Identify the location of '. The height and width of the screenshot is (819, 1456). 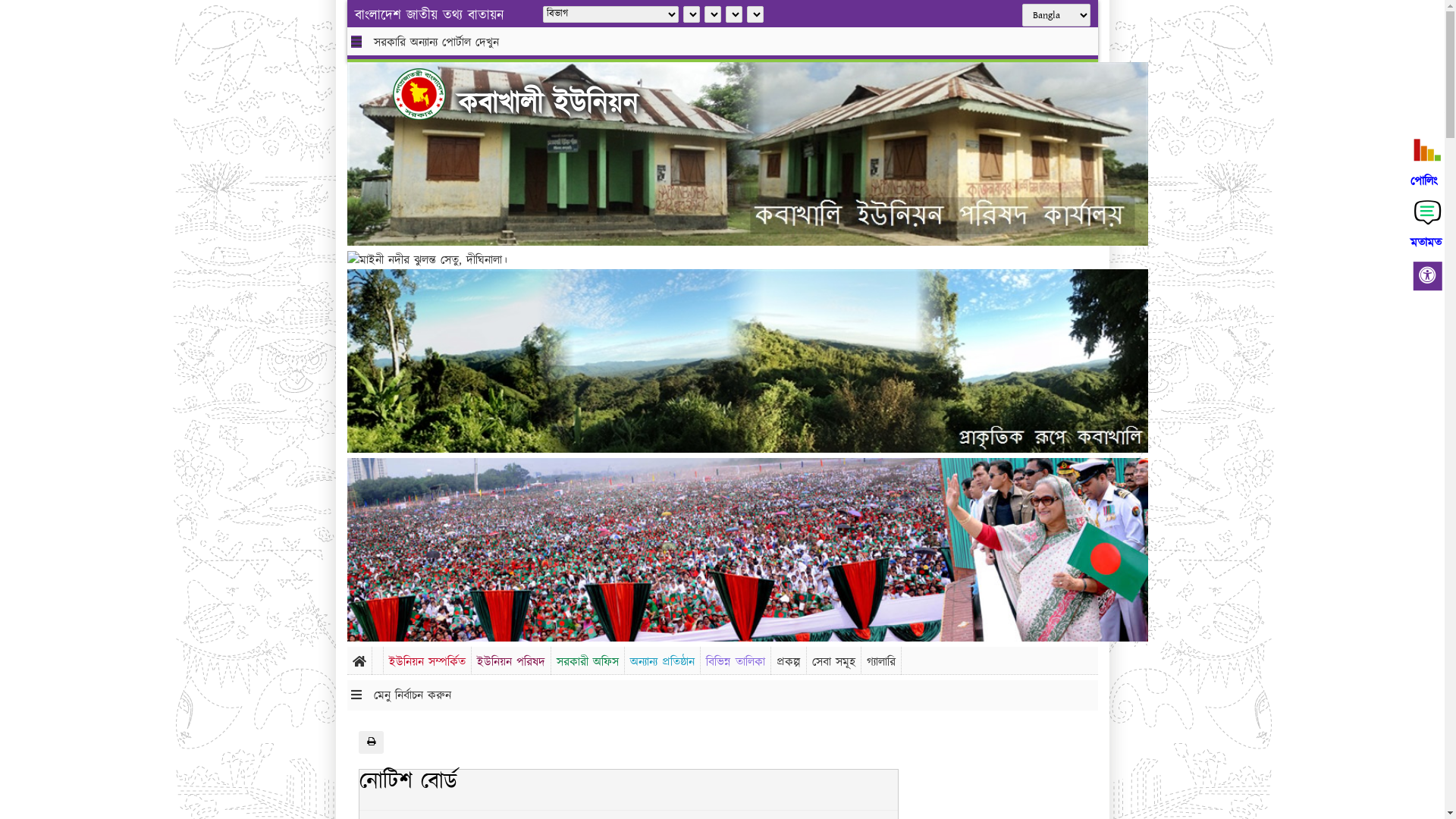
(430, 93).